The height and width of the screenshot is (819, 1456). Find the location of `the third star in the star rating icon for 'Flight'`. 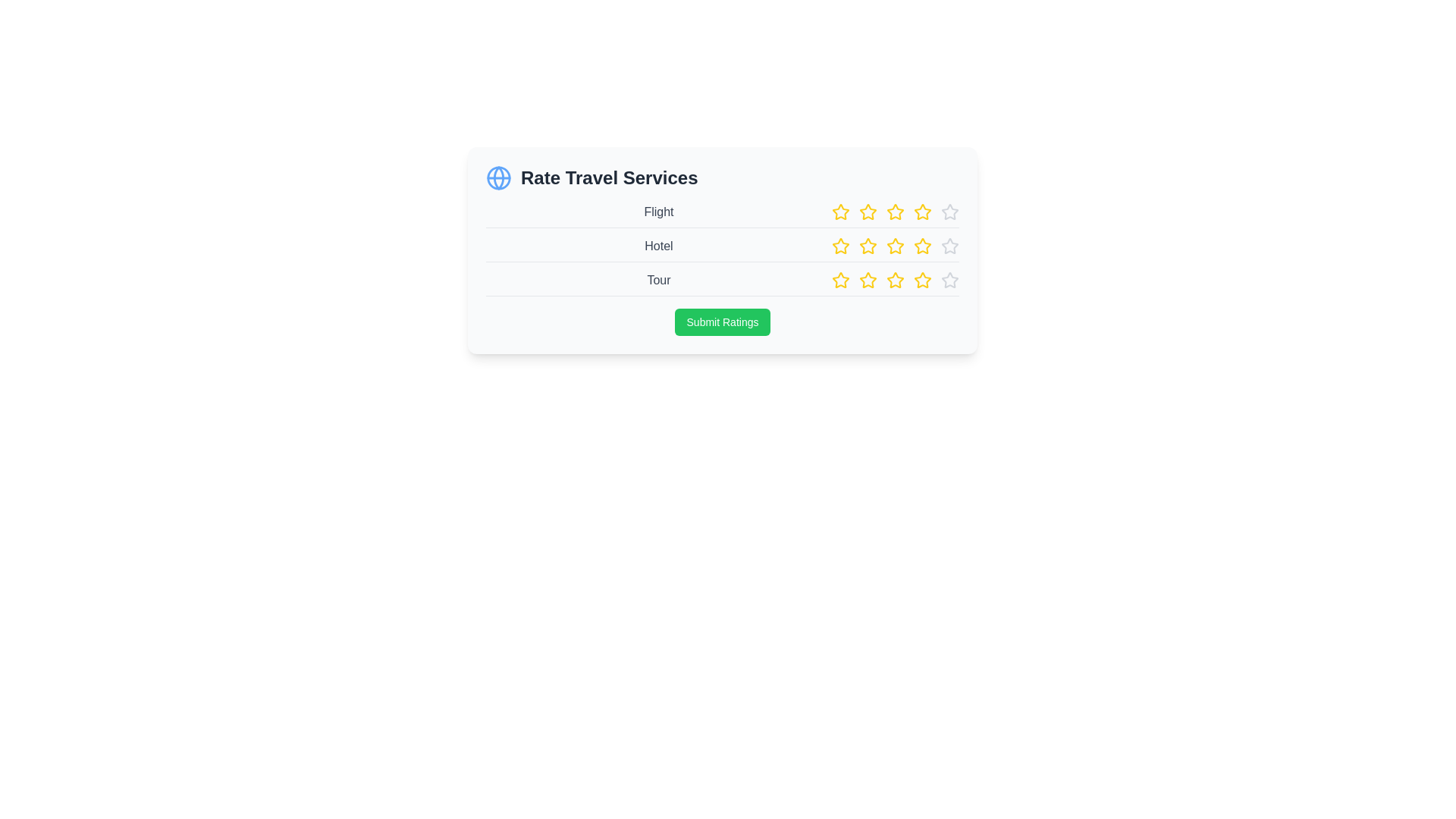

the third star in the star rating icon for 'Flight' is located at coordinates (868, 212).